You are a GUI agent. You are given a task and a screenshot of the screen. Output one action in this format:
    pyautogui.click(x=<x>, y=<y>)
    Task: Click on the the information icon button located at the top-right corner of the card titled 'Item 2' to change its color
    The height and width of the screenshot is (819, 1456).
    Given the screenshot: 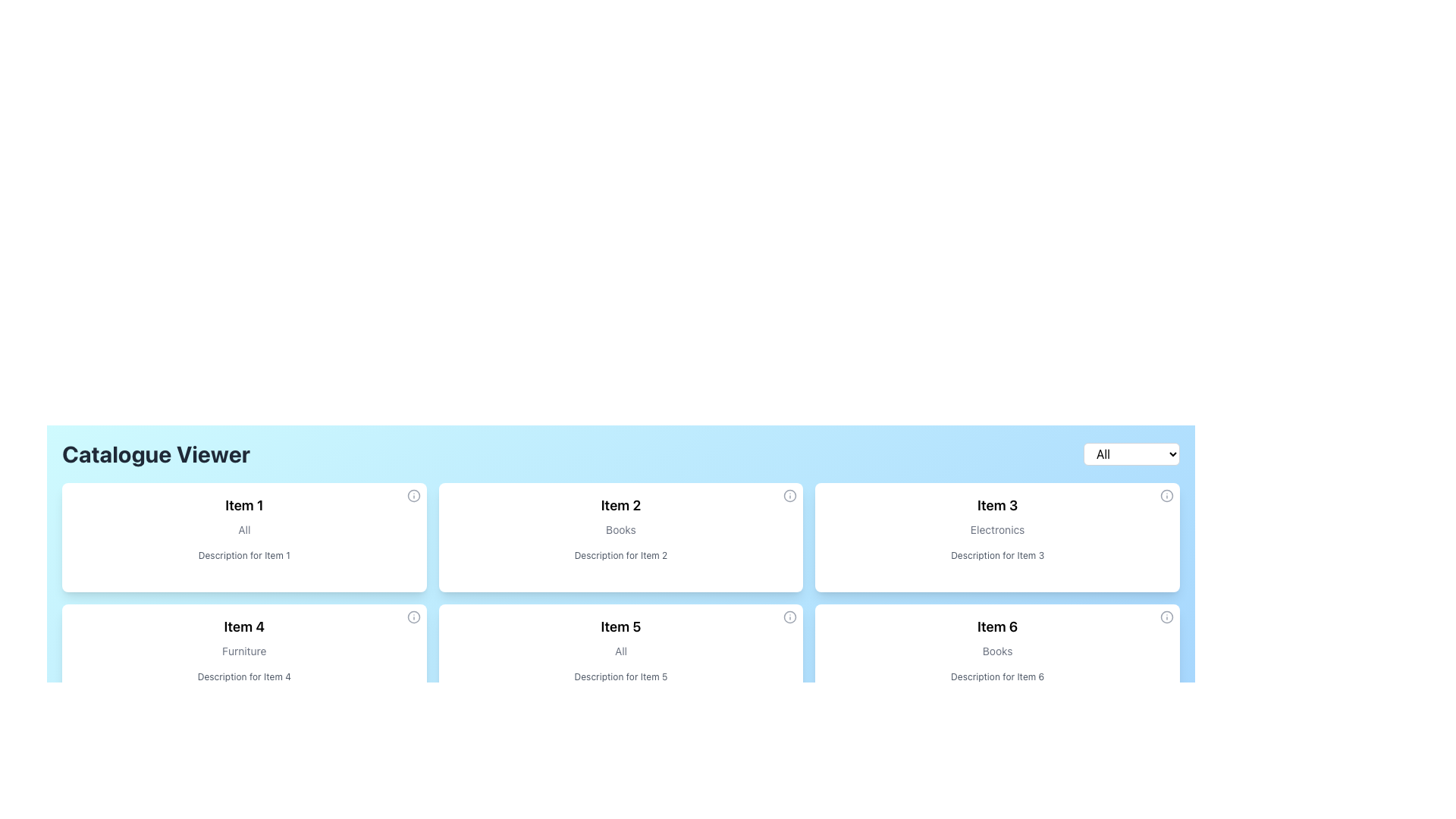 What is the action you would take?
    pyautogui.click(x=789, y=496)
    